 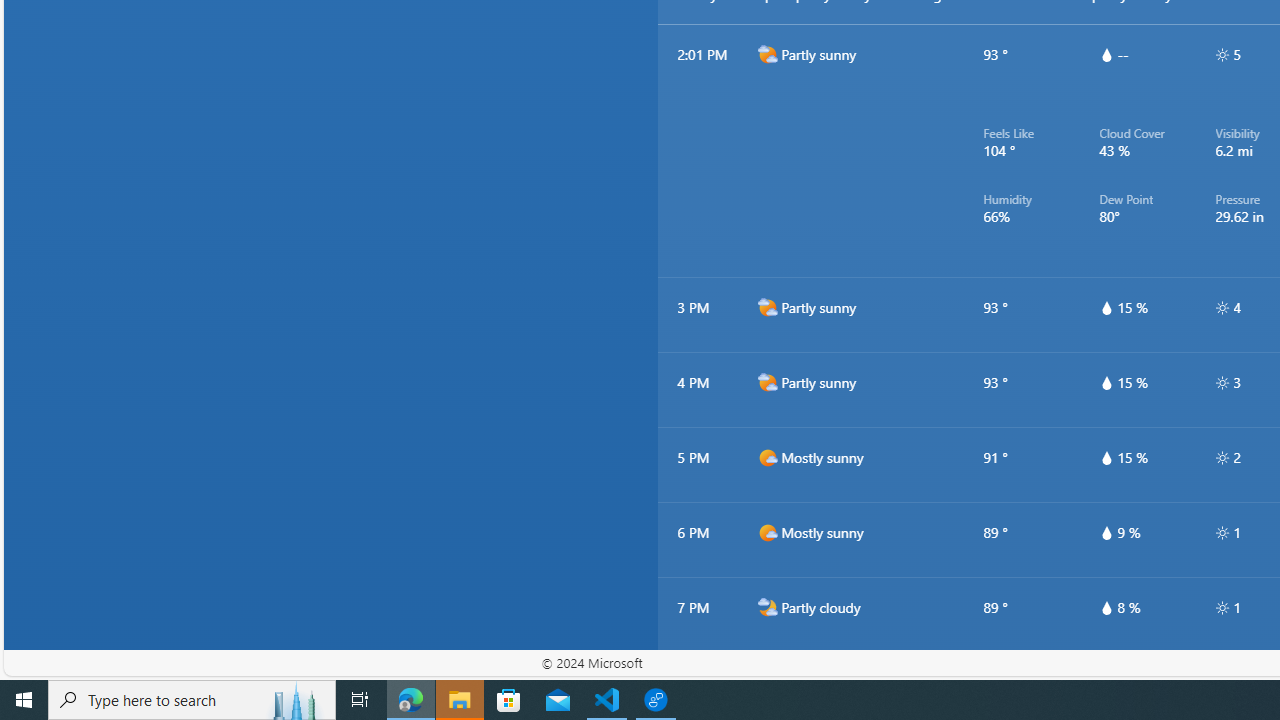 I want to click on 'hourlyTable/drop', so click(x=1105, y=607).